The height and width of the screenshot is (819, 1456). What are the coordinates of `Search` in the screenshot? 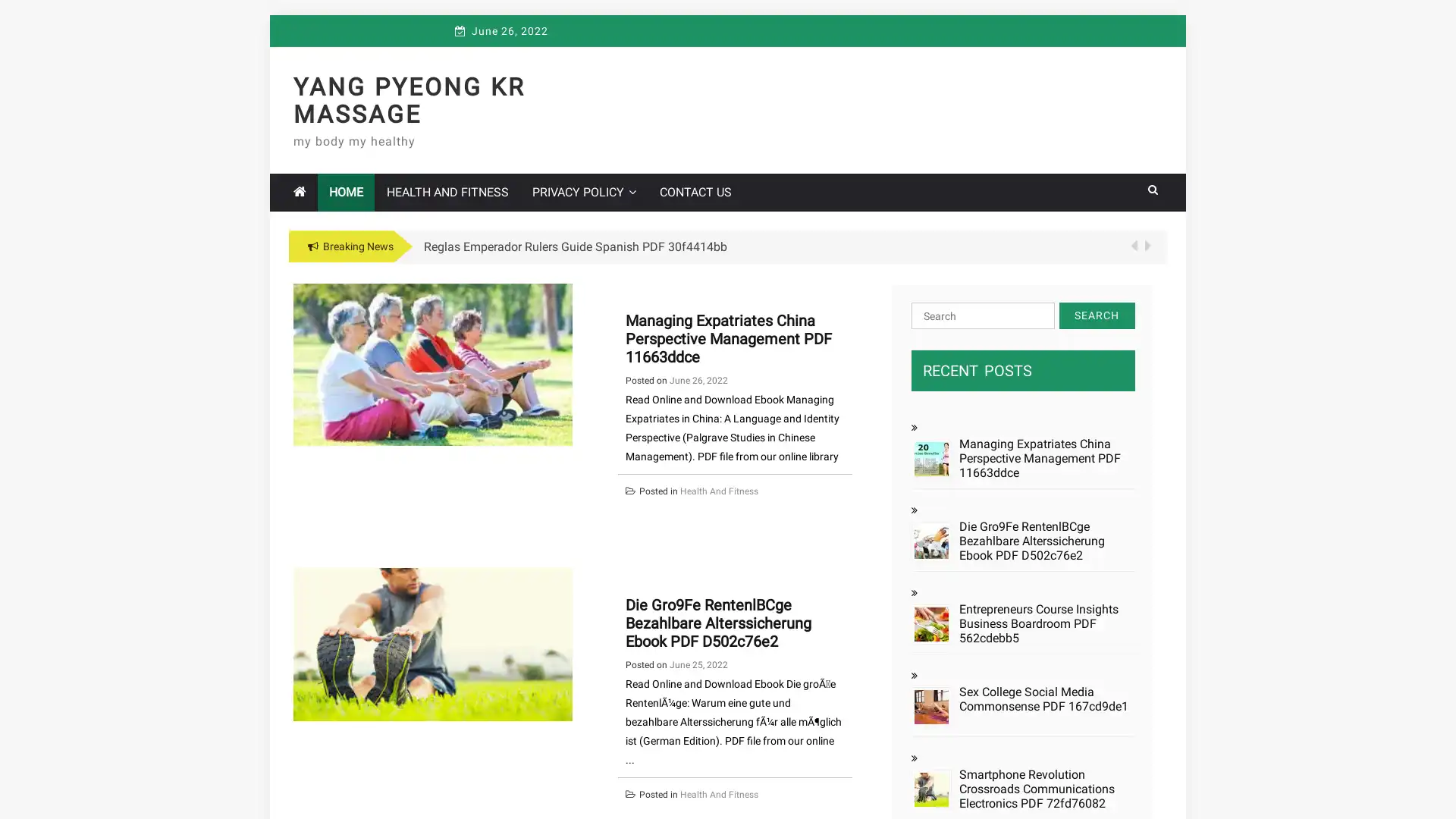 It's located at (1096, 315).